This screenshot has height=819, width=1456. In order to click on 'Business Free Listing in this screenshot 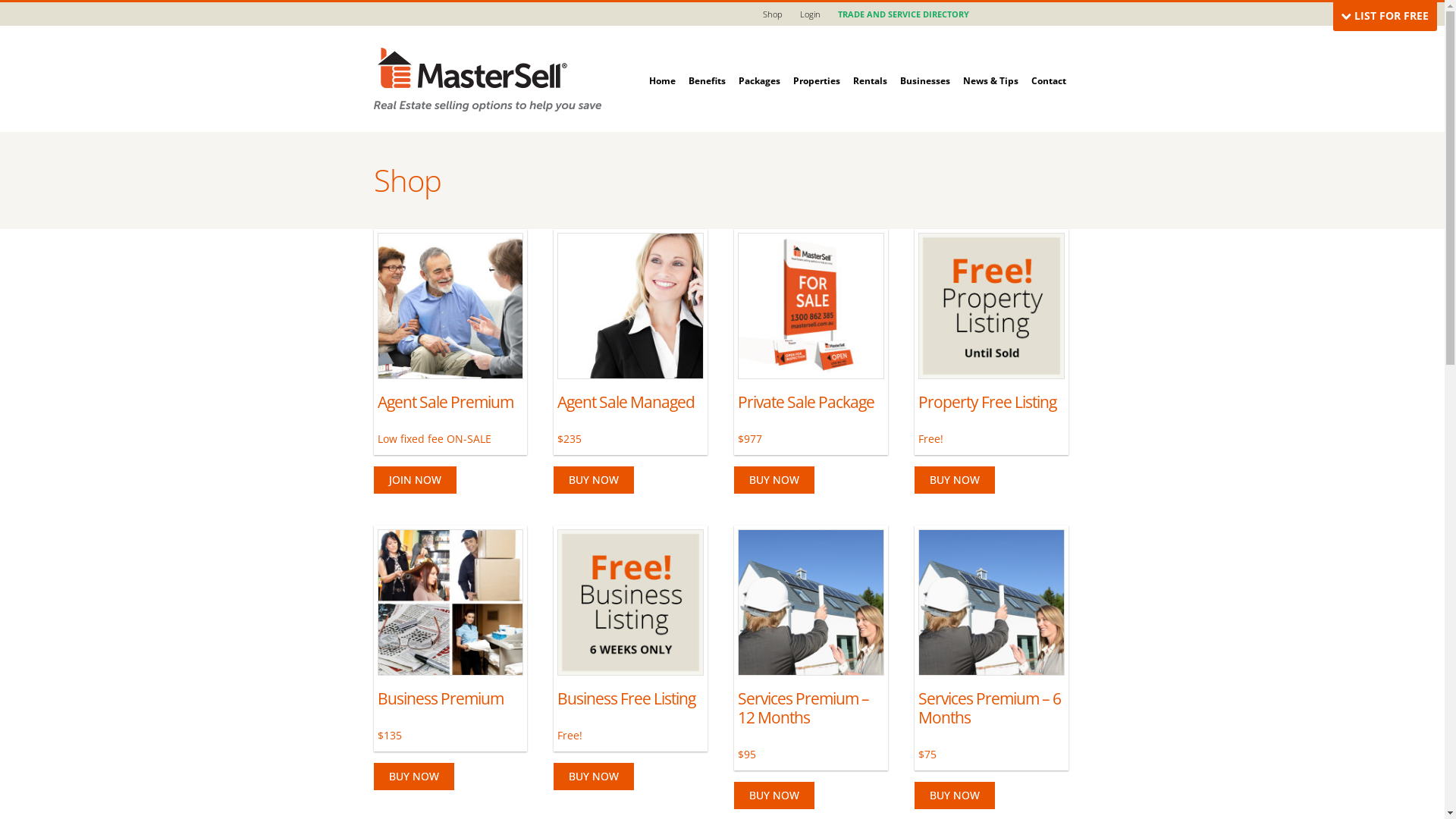, I will do `click(556, 635)`.